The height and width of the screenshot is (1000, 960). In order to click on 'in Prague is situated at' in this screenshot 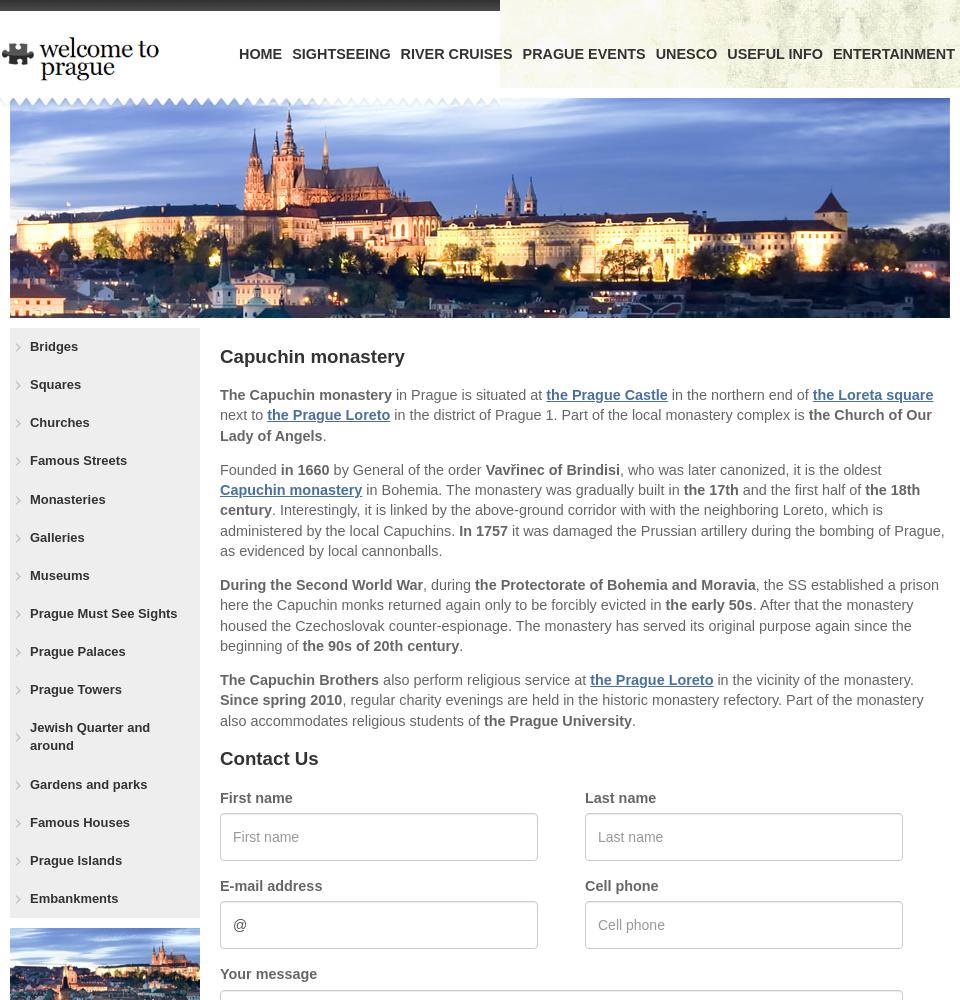, I will do `click(468, 395)`.